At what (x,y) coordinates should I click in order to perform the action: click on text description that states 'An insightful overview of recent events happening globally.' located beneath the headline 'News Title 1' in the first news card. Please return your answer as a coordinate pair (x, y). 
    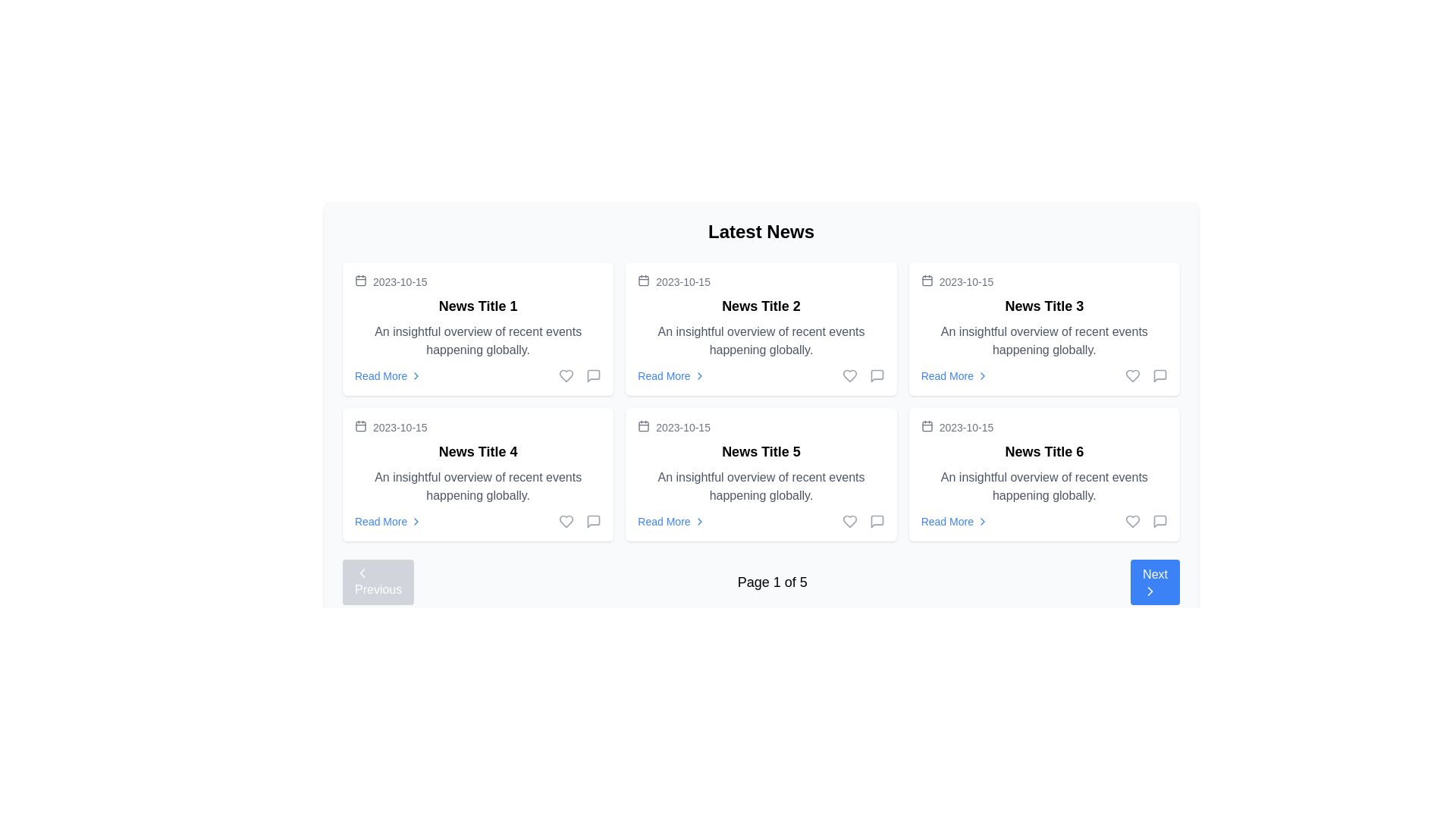
    Looking at the image, I should click on (477, 341).